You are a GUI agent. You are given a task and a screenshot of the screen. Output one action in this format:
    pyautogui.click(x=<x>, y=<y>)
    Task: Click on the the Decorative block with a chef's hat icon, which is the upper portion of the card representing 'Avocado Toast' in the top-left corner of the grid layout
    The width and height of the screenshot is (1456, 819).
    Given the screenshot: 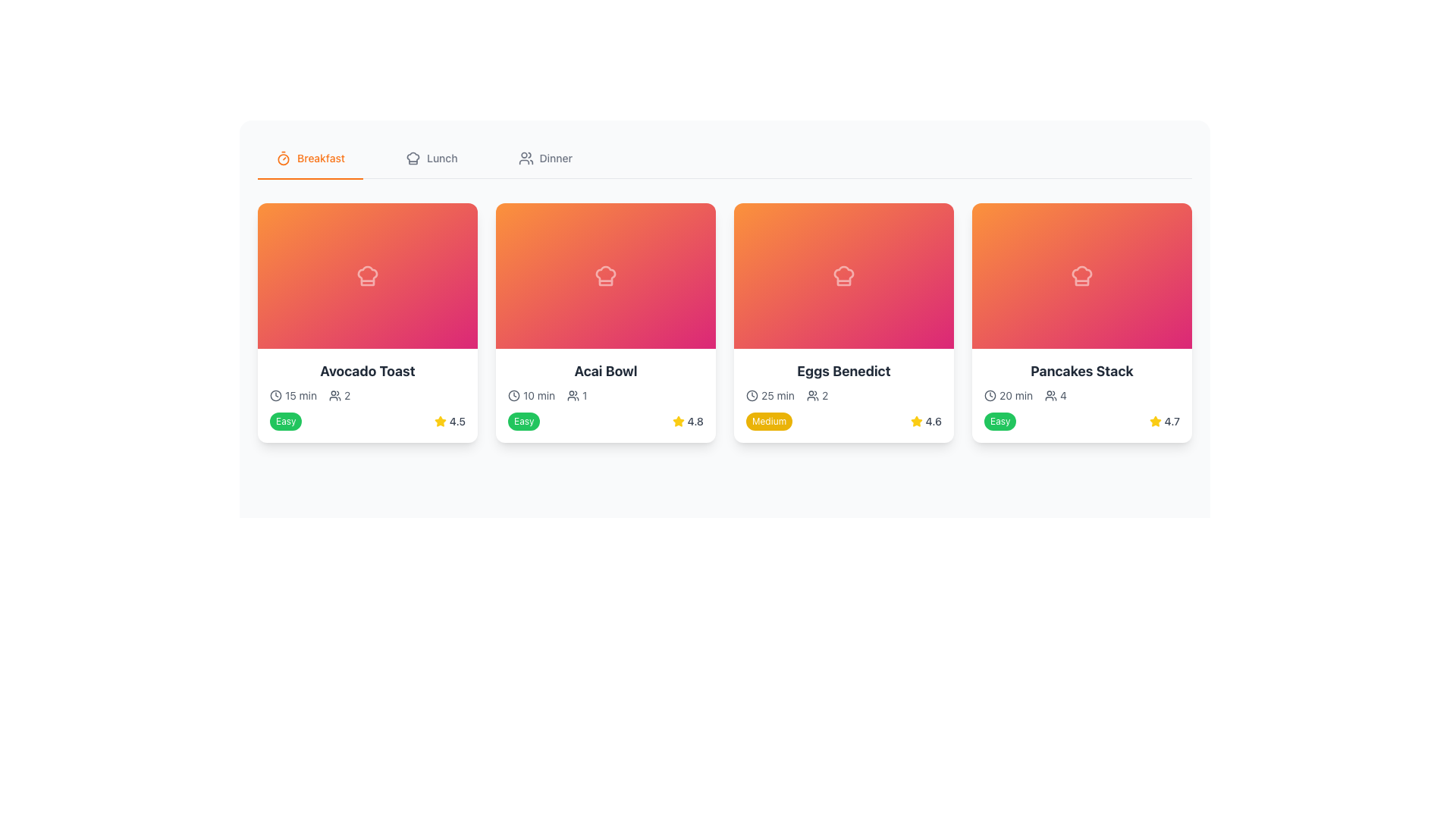 What is the action you would take?
    pyautogui.click(x=367, y=275)
    